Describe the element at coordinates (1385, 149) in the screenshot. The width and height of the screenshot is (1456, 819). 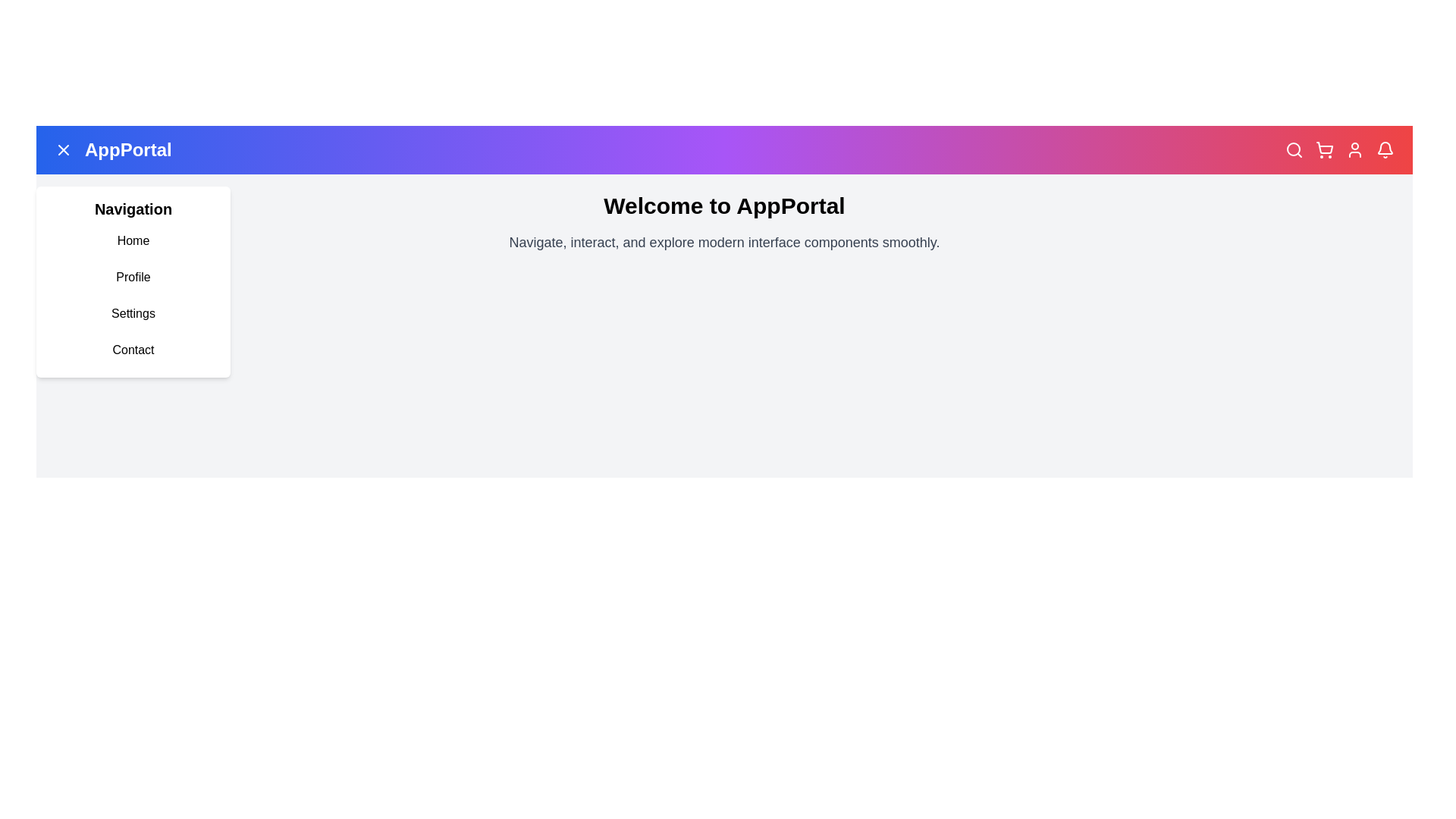
I see `the bell icon button located at the top right corner of the navigation bar` at that location.